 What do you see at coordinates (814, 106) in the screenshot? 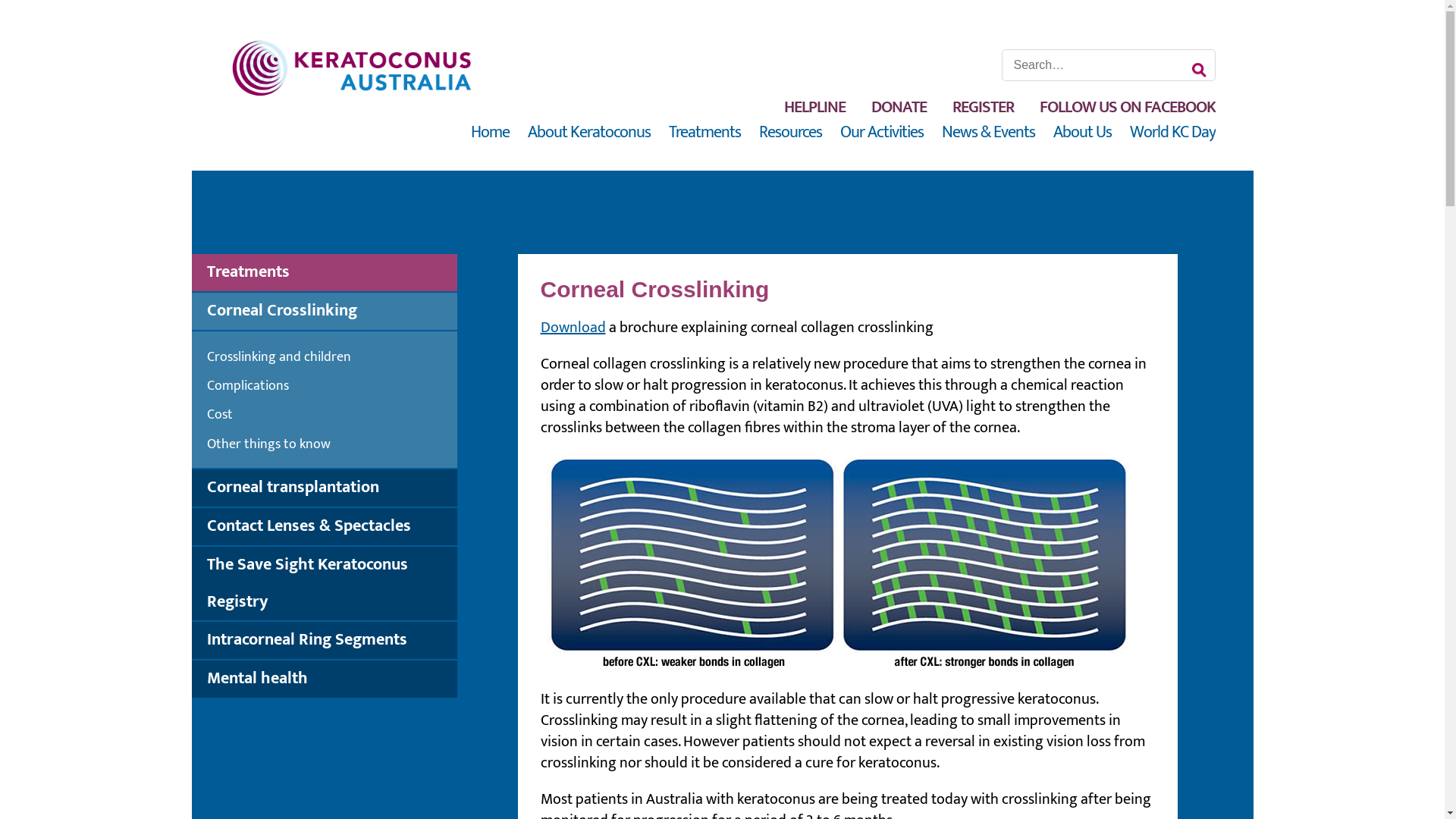
I see `'HELPLINE'` at bounding box center [814, 106].